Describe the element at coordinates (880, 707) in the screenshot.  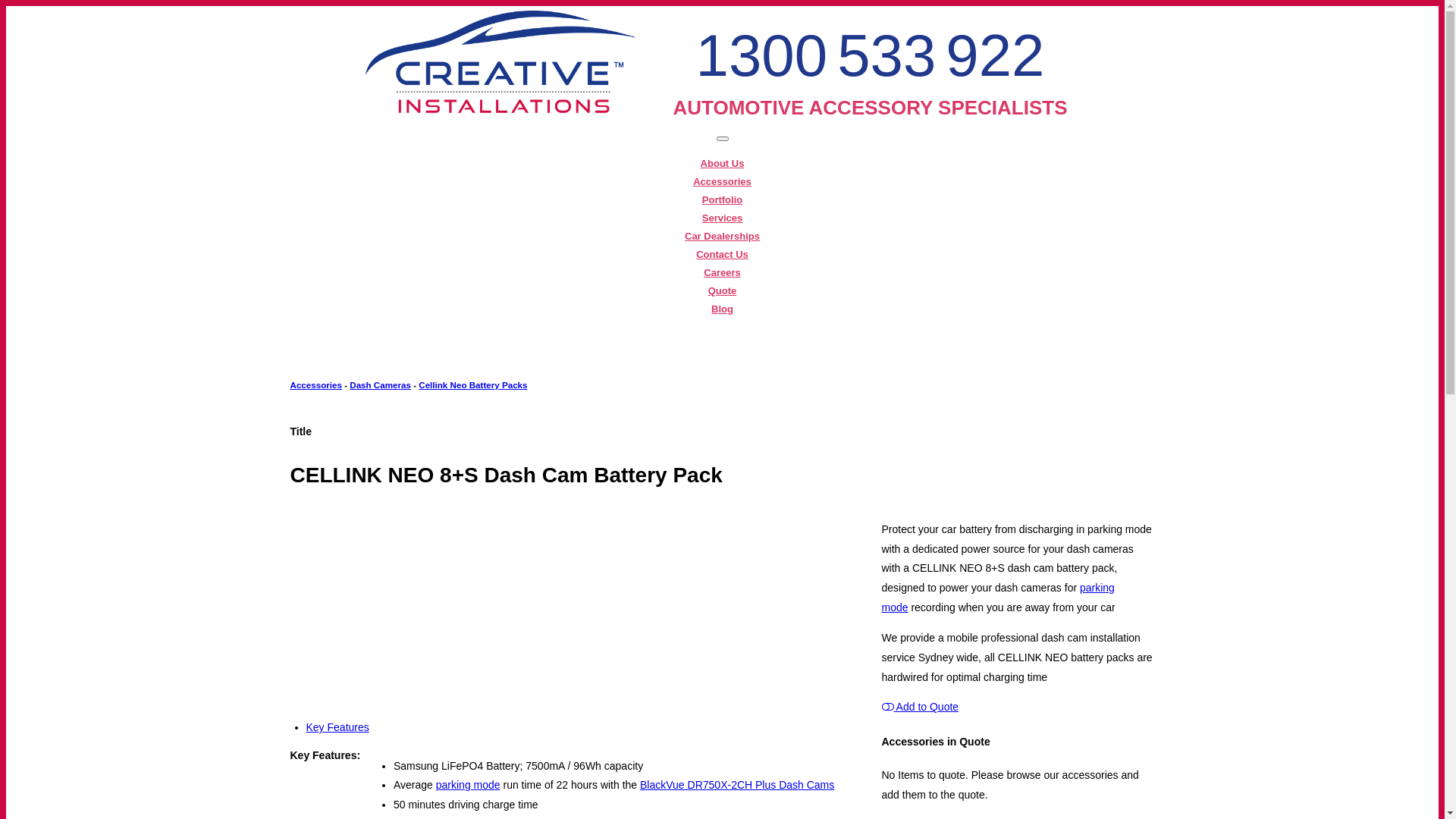
I see `'Add to Quote'` at that location.